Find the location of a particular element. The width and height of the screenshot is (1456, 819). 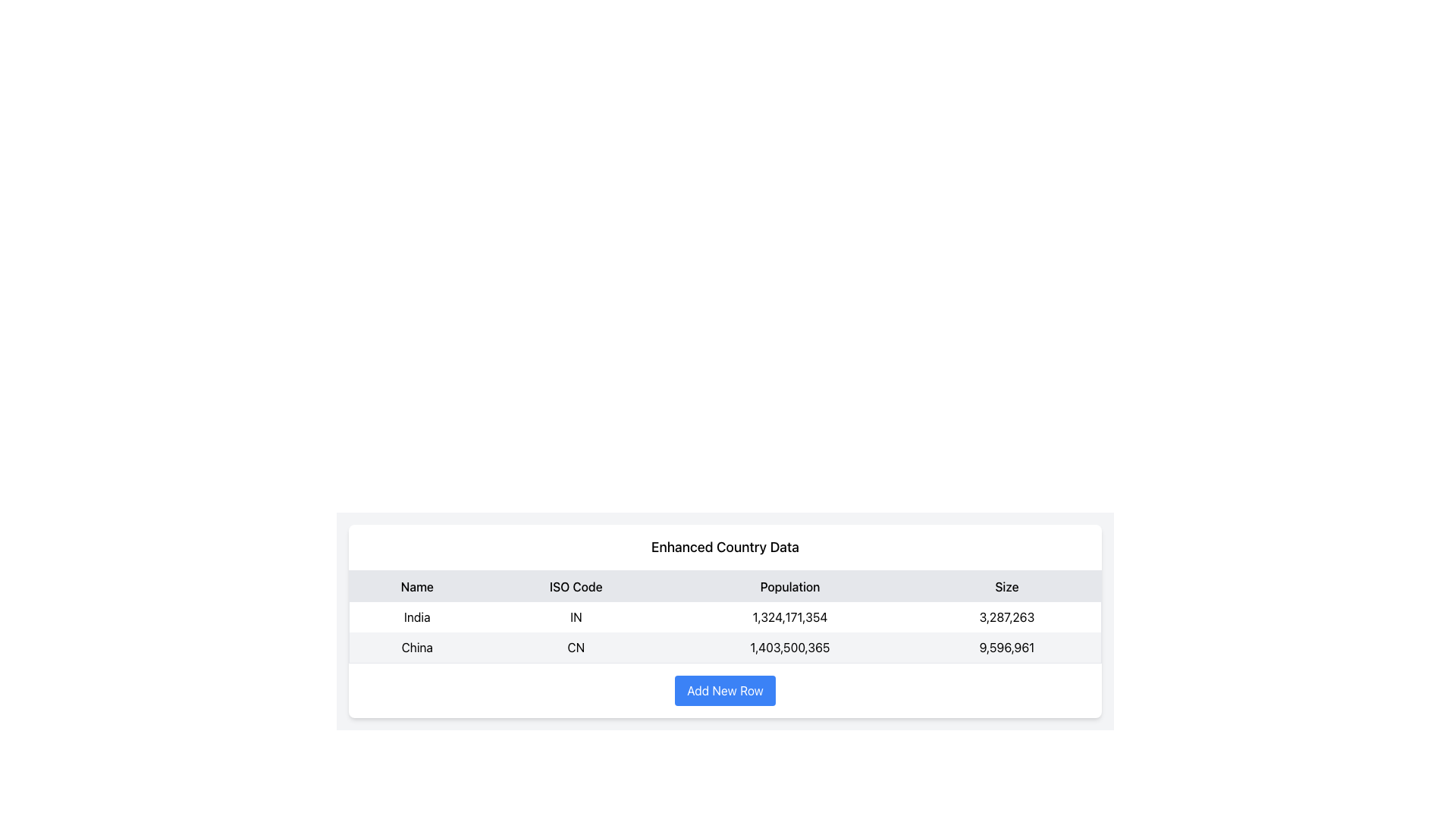

the 'Add New Row' button located at the bottom of the table titled 'Enhanced Country Data' is located at coordinates (724, 690).